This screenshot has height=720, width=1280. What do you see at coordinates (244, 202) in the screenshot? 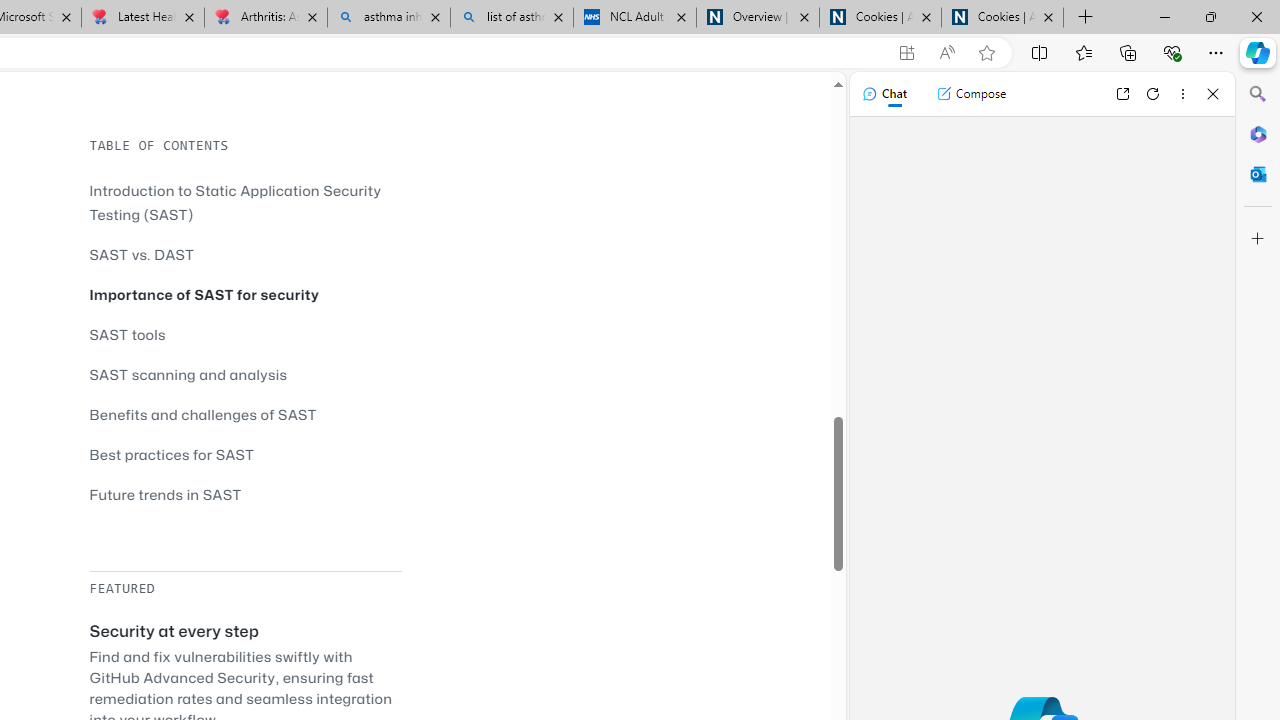
I see `'Introduction to Static Application Security Testing (SAST)'` at bounding box center [244, 202].